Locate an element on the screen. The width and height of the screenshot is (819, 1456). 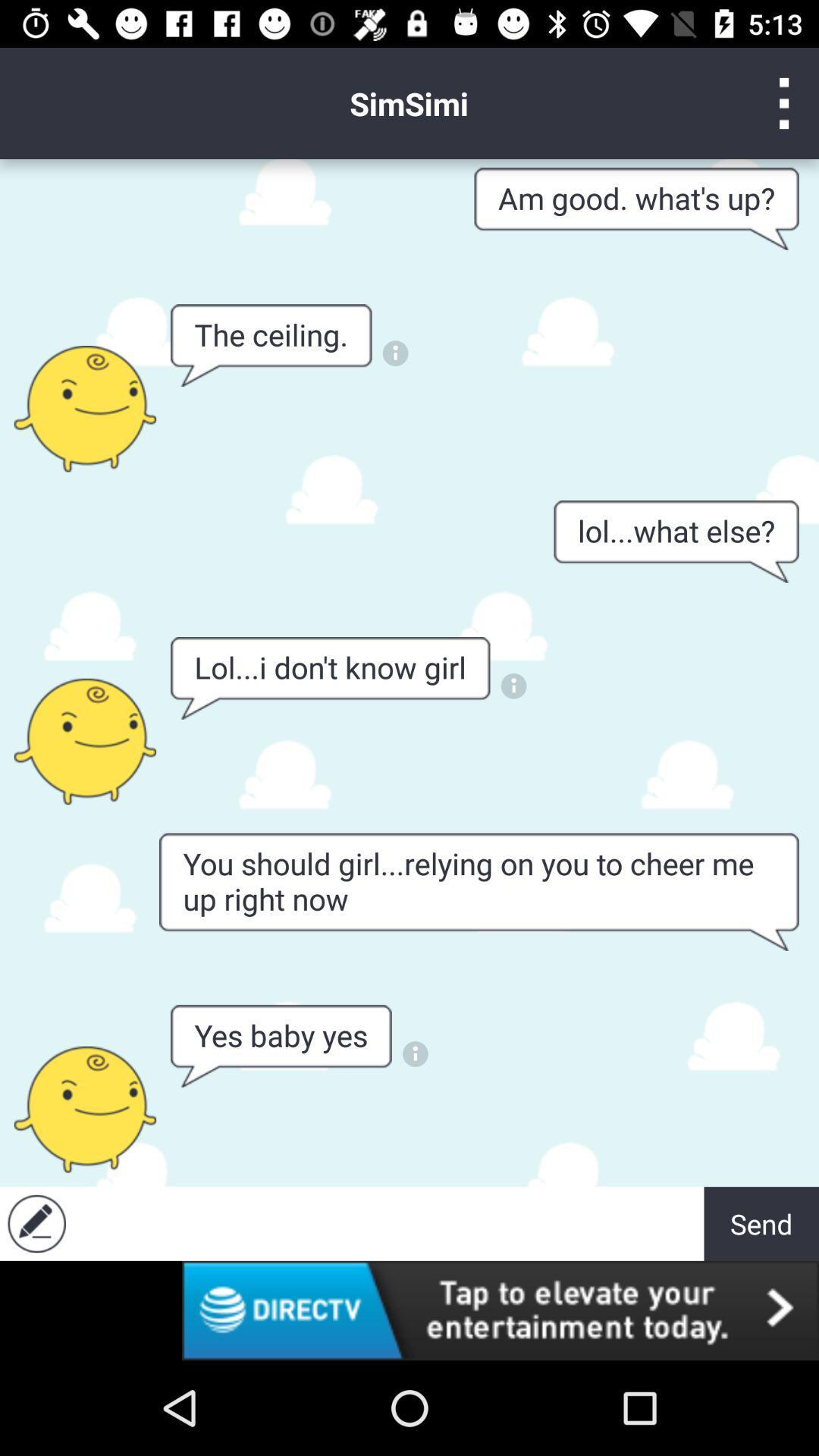
information is located at coordinates (415, 1053).